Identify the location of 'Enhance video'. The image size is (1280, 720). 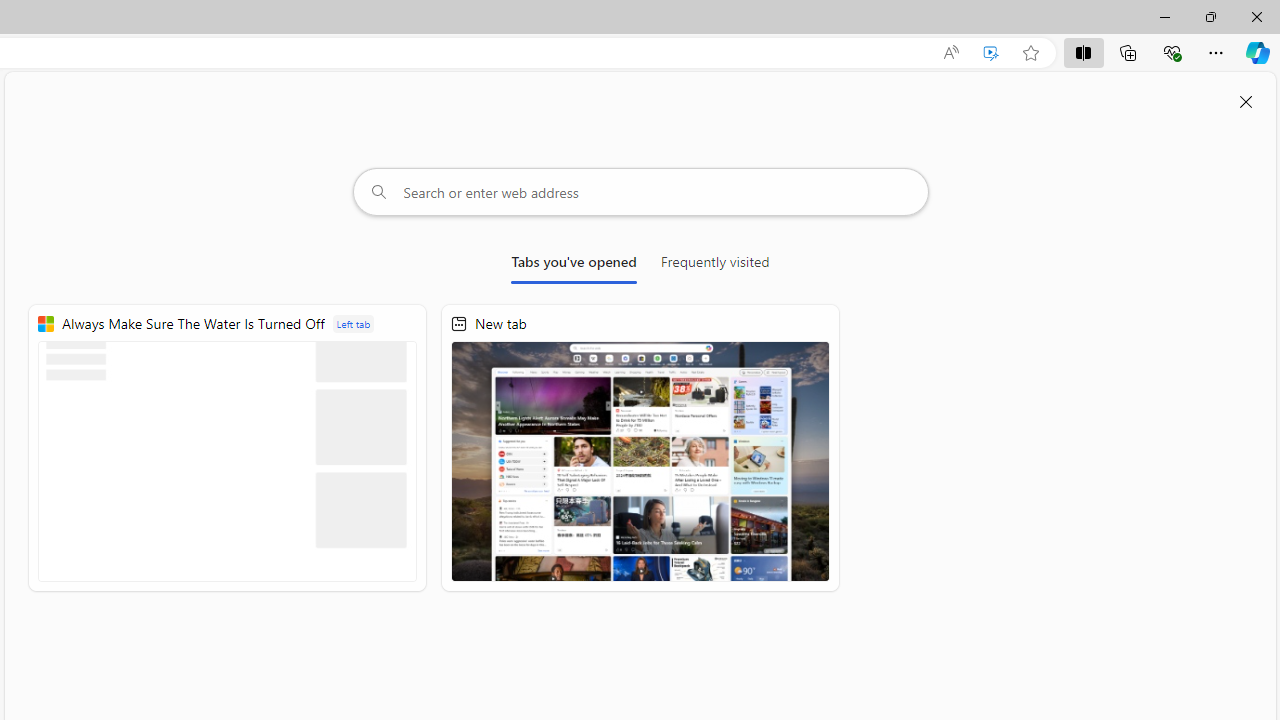
(991, 52).